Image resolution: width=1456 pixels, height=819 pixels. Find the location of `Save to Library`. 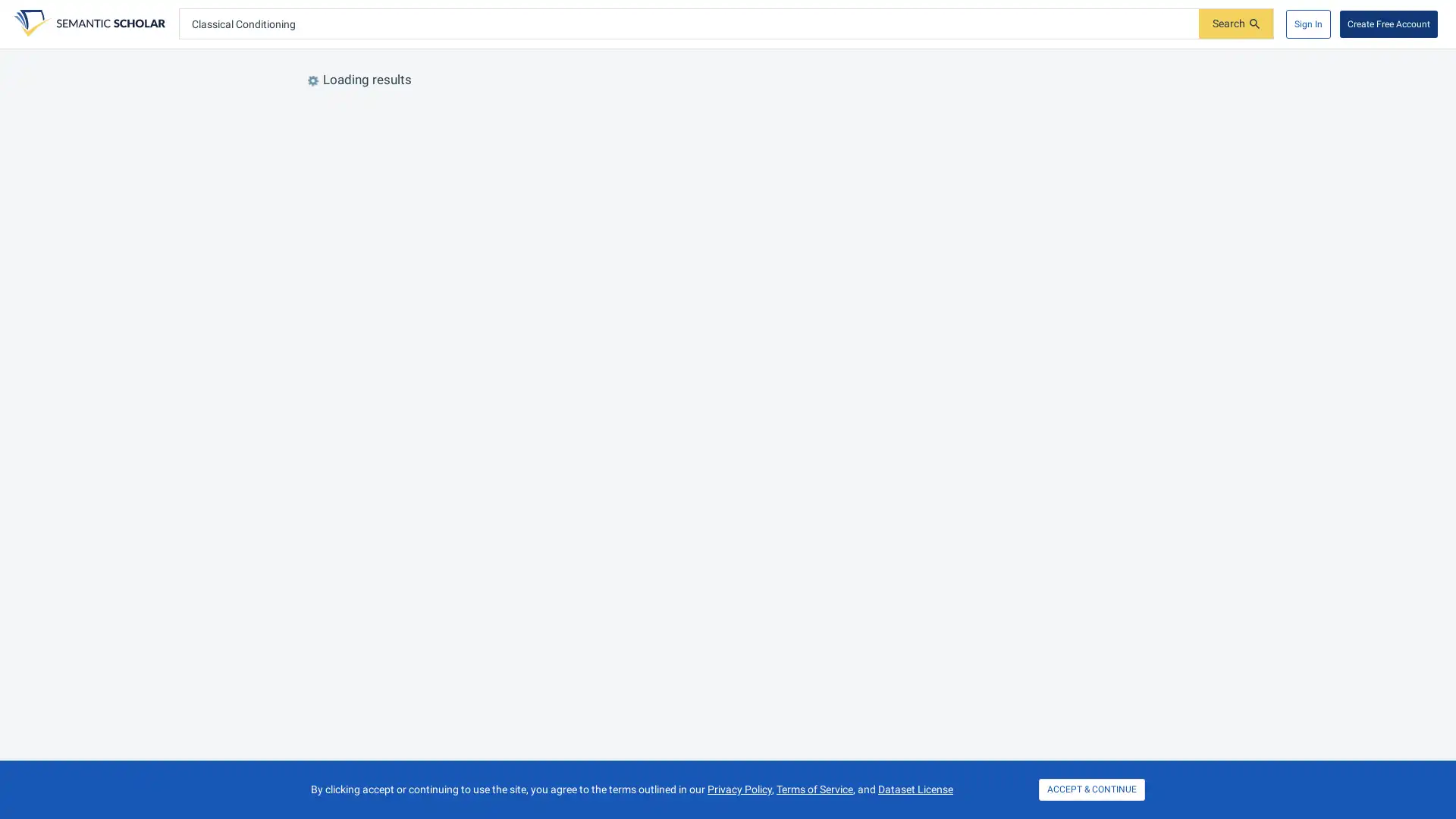

Save to Library is located at coordinates (453, 777).